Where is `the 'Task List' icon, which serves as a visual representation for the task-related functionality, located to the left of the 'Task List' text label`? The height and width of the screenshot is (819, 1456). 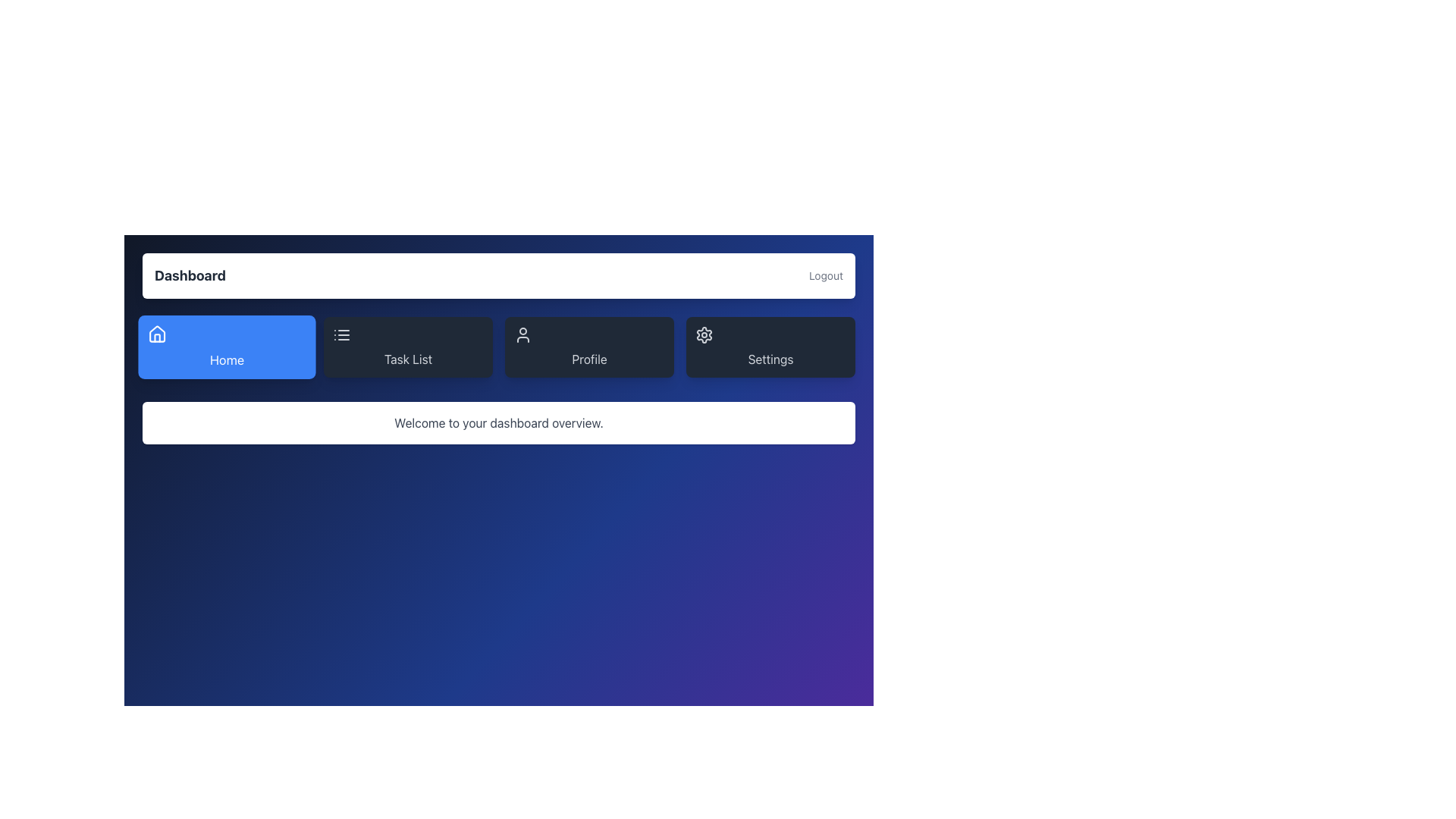 the 'Task List' icon, which serves as a visual representation for the task-related functionality, located to the left of the 'Task List' text label is located at coordinates (408, 334).